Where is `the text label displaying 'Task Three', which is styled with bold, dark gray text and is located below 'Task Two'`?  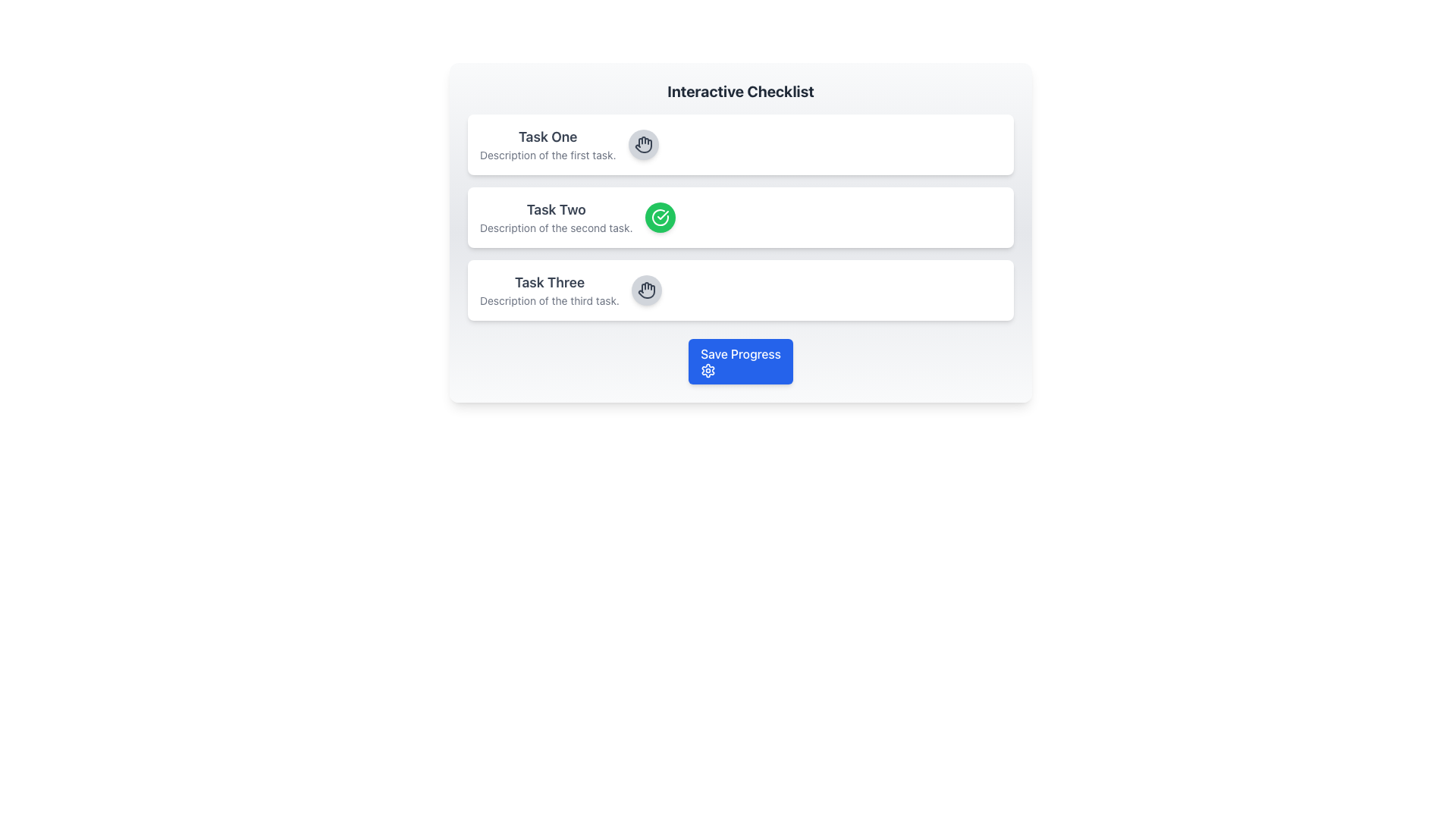 the text label displaying 'Task Three', which is styled with bold, dark gray text and is located below 'Task Two' is located at coordinates (548, 283).